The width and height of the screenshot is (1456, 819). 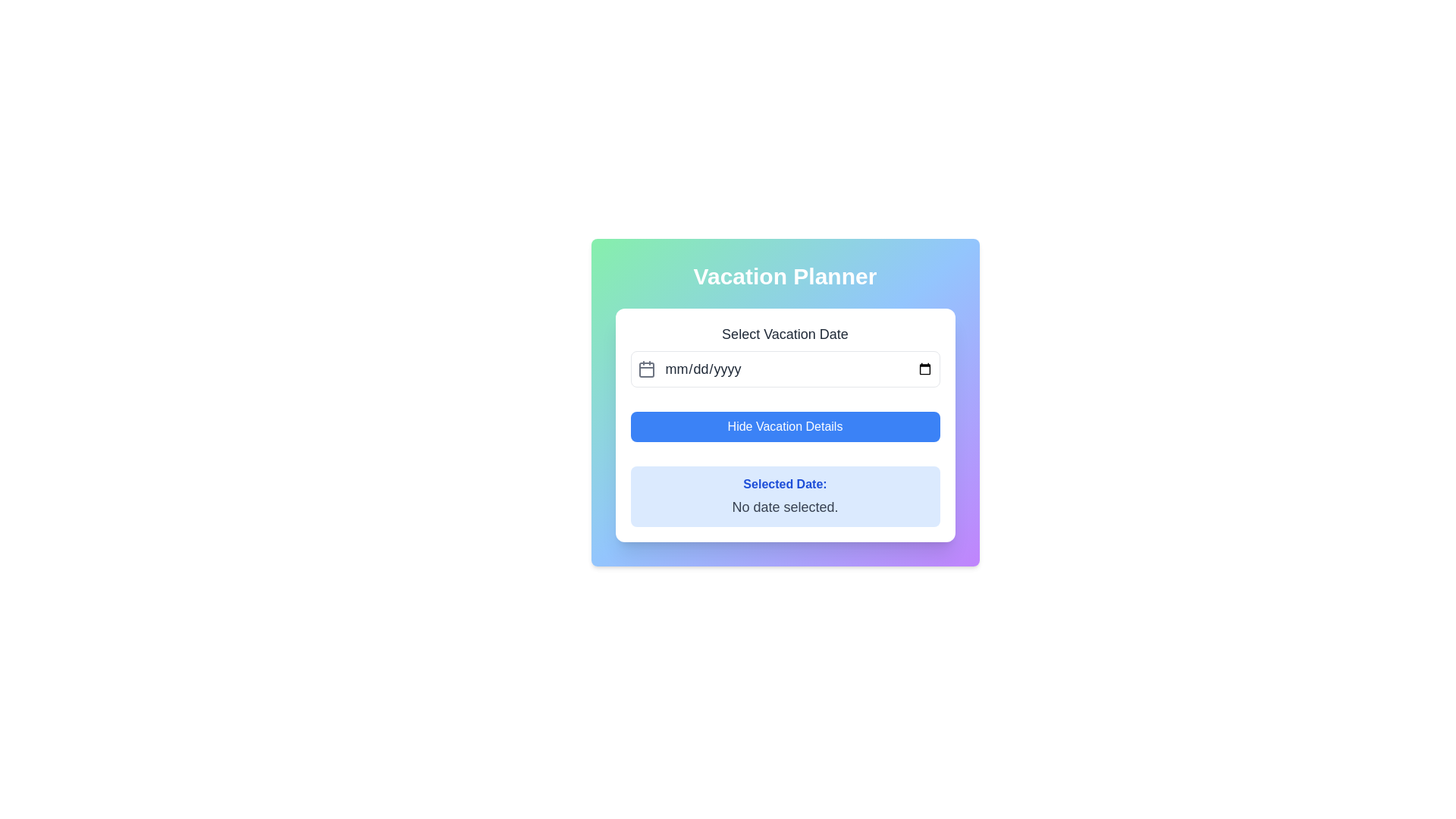 What do you see at coordinates (785, 507) in the screenshot?
I see `the informational static text that indicates the absence of a date selection, located beneath the 'Selected Date:' label` at bounding box center [785, 507].